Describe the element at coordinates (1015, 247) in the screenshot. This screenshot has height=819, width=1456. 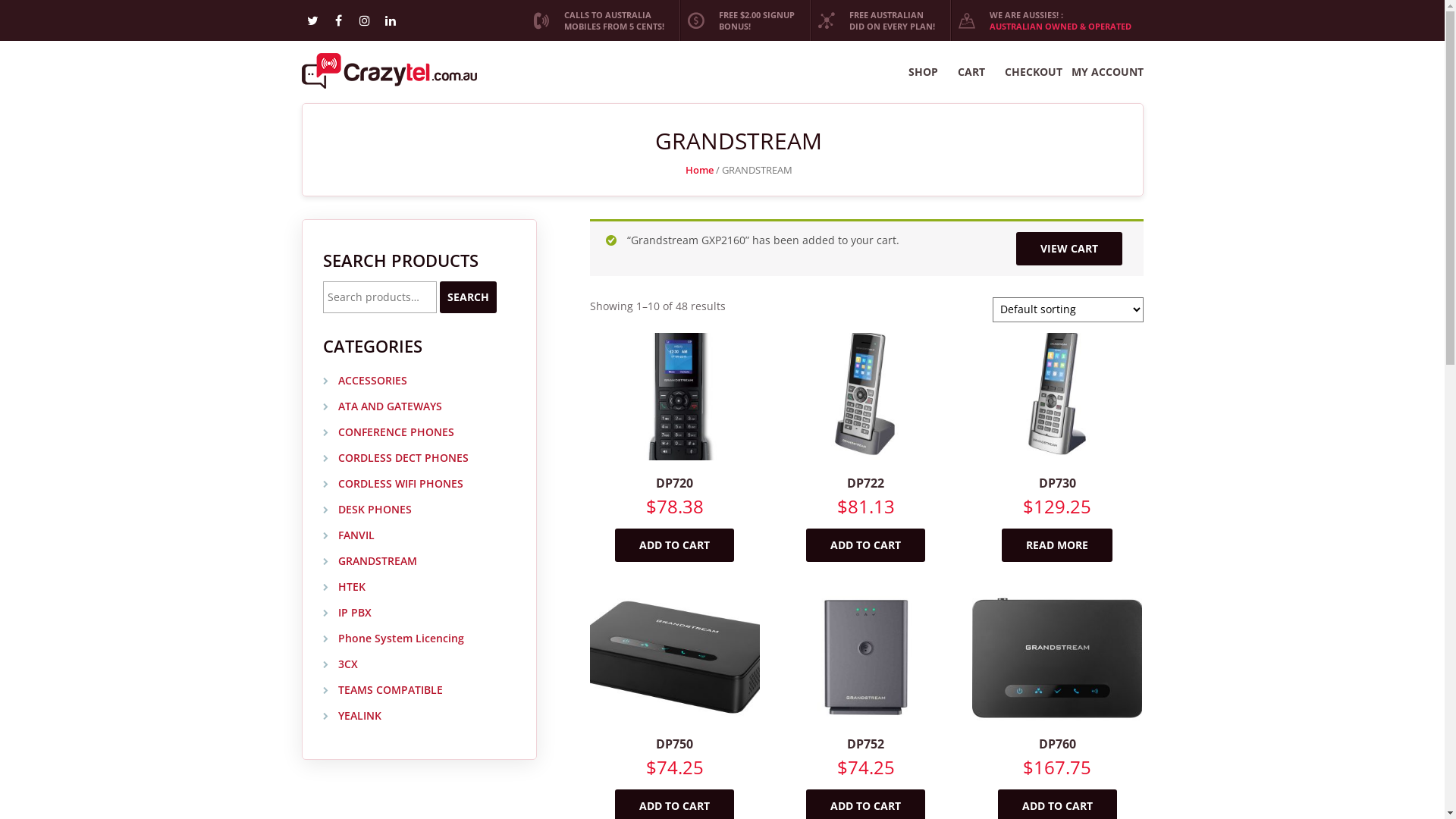
I see `'VIEW CART'` at that location.